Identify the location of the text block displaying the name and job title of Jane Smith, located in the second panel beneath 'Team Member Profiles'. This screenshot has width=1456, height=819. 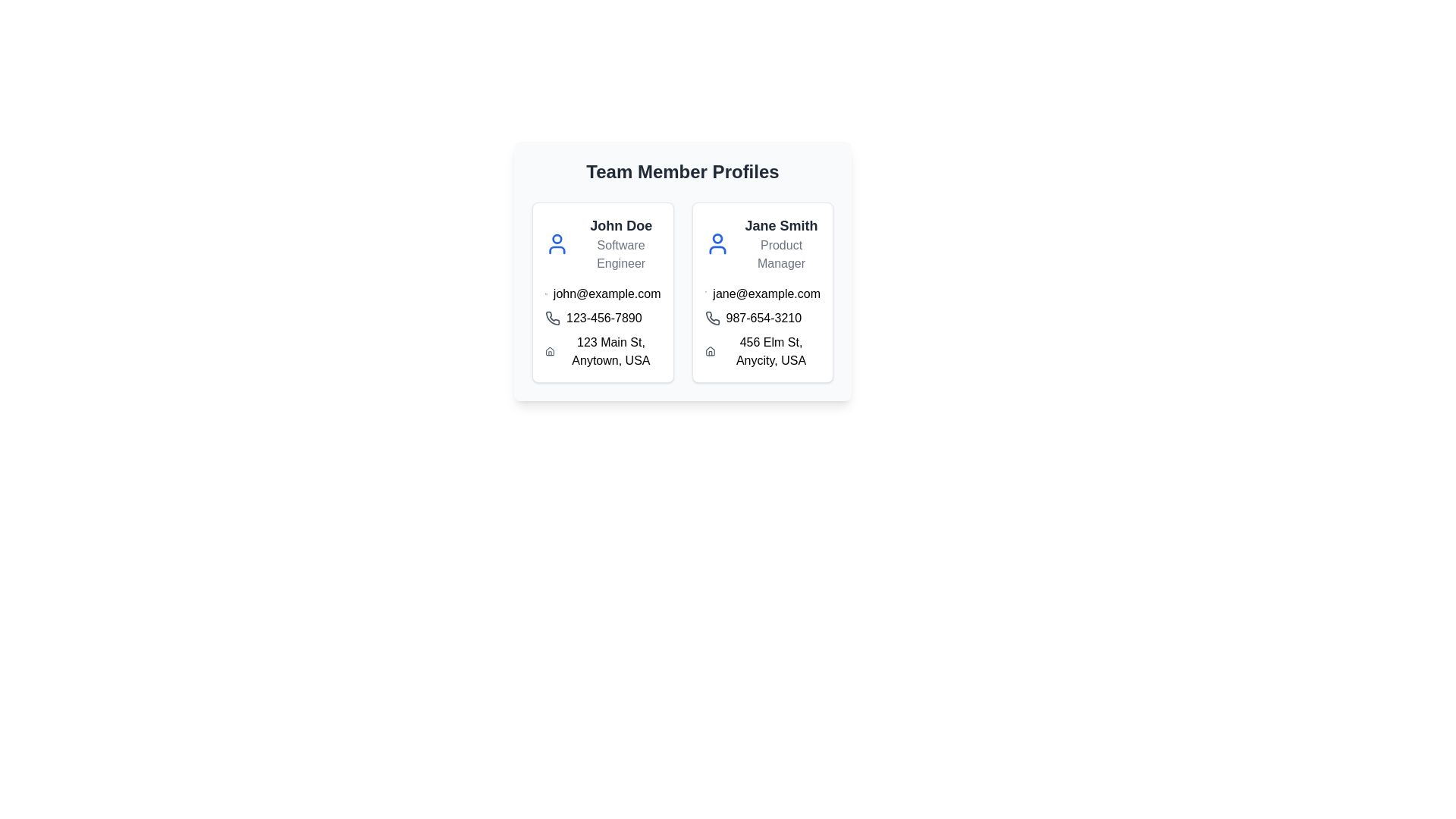
(762, 243).